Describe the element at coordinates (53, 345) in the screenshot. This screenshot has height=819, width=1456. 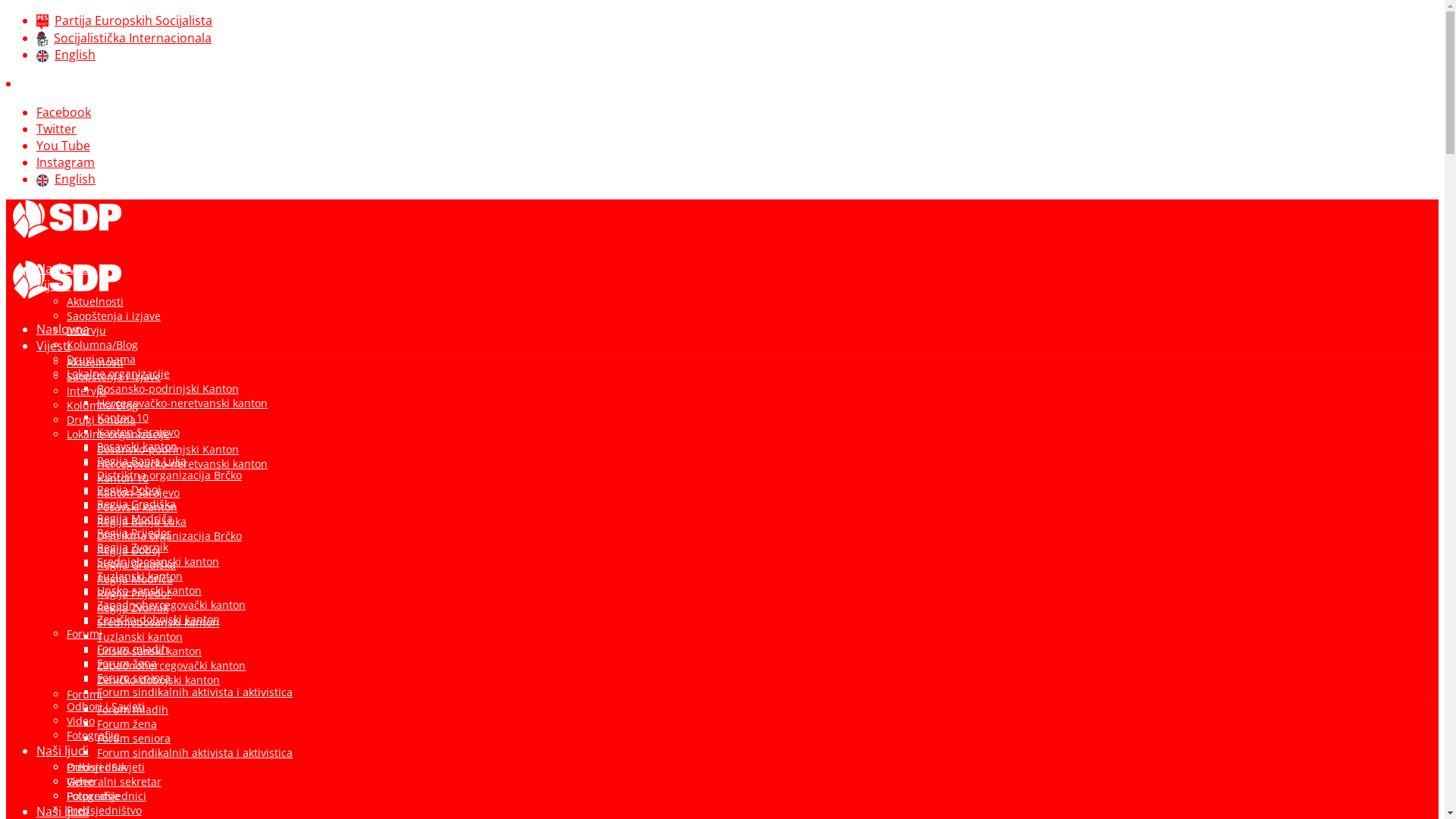
I see `'Vijesti'` at that location.